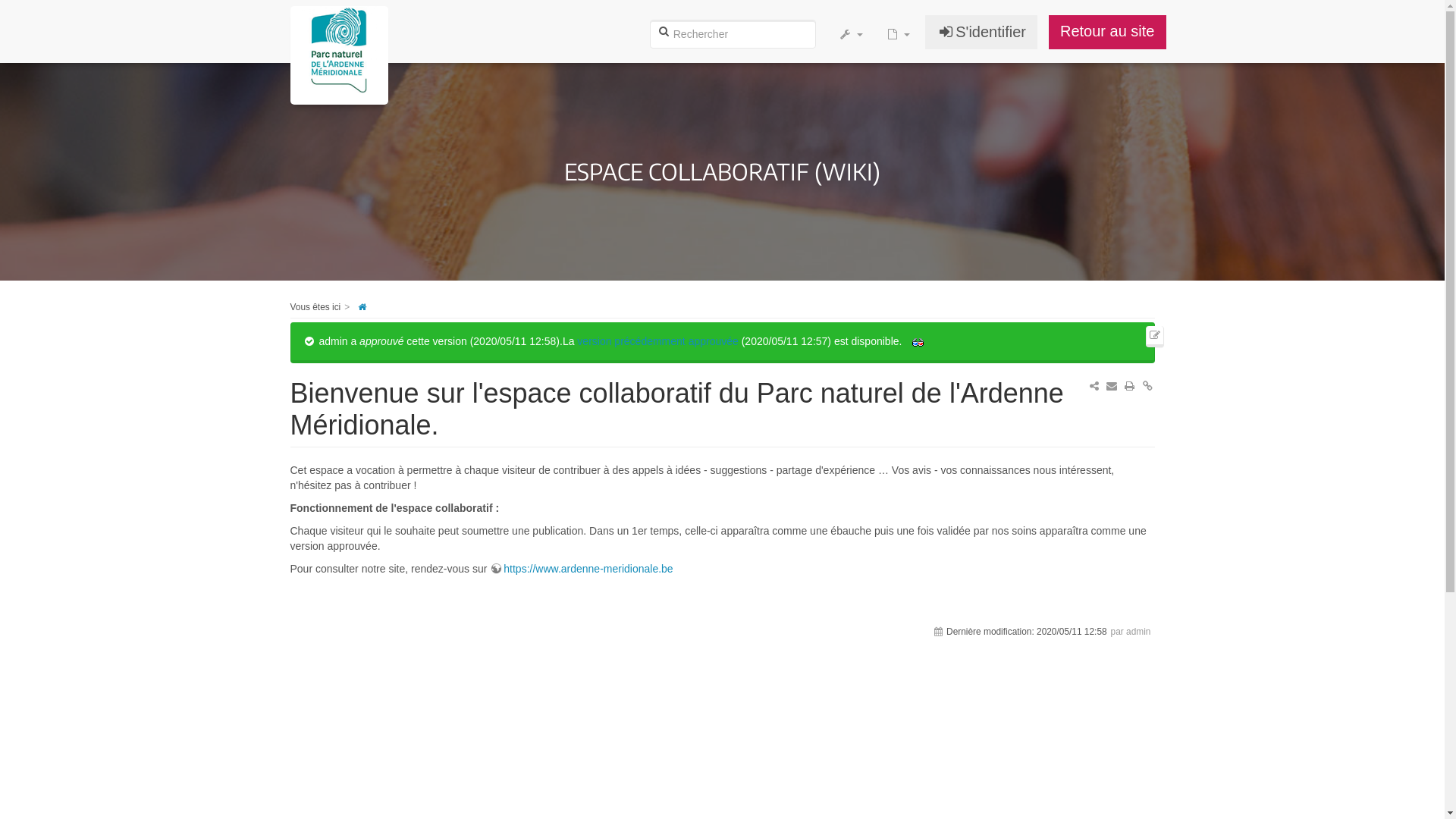  I want to click on '[H]', so click(279, 34).